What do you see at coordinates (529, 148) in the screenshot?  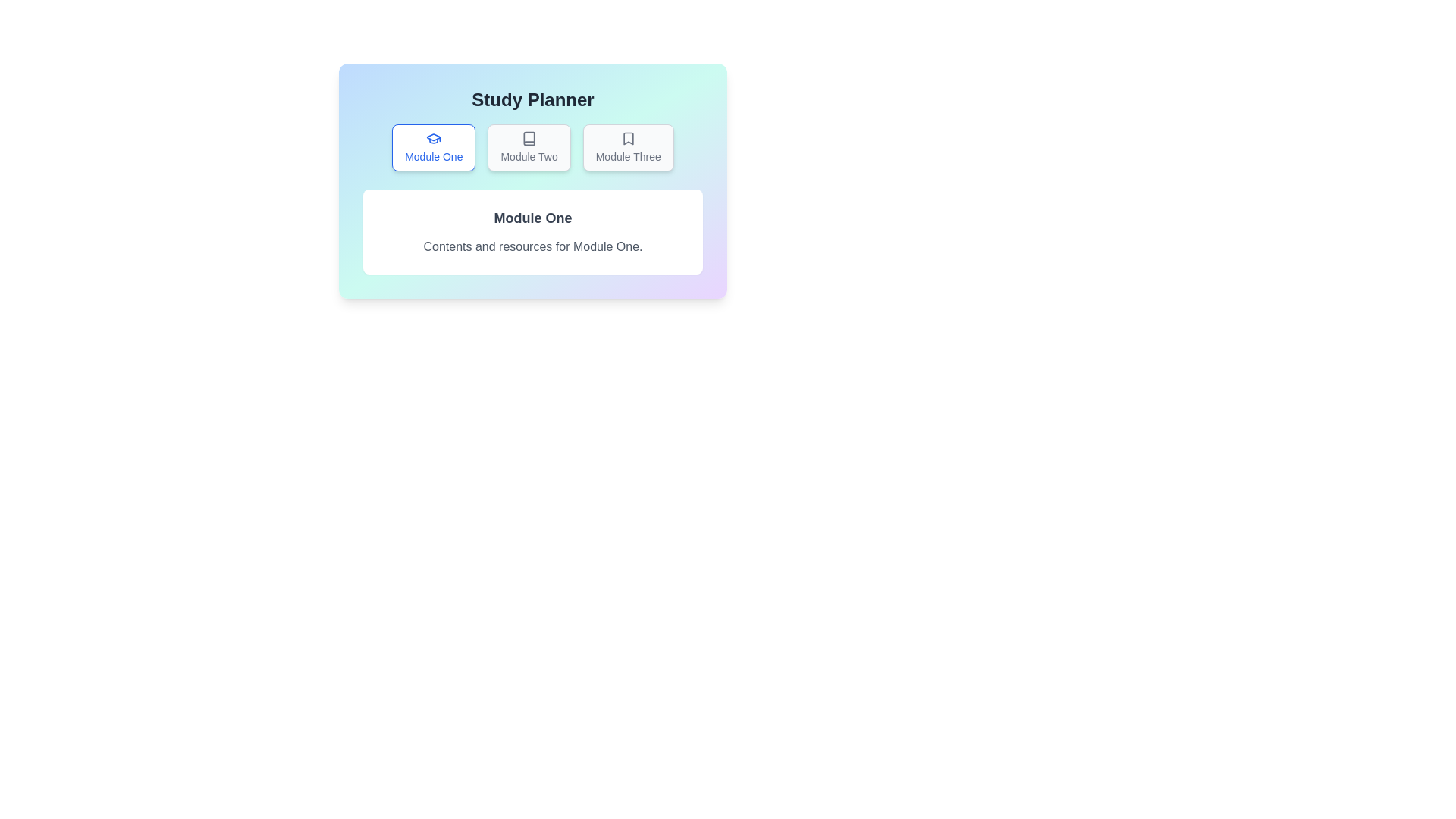 I see `the tab corresponding to Module Two` at bounding box center [529, 148].